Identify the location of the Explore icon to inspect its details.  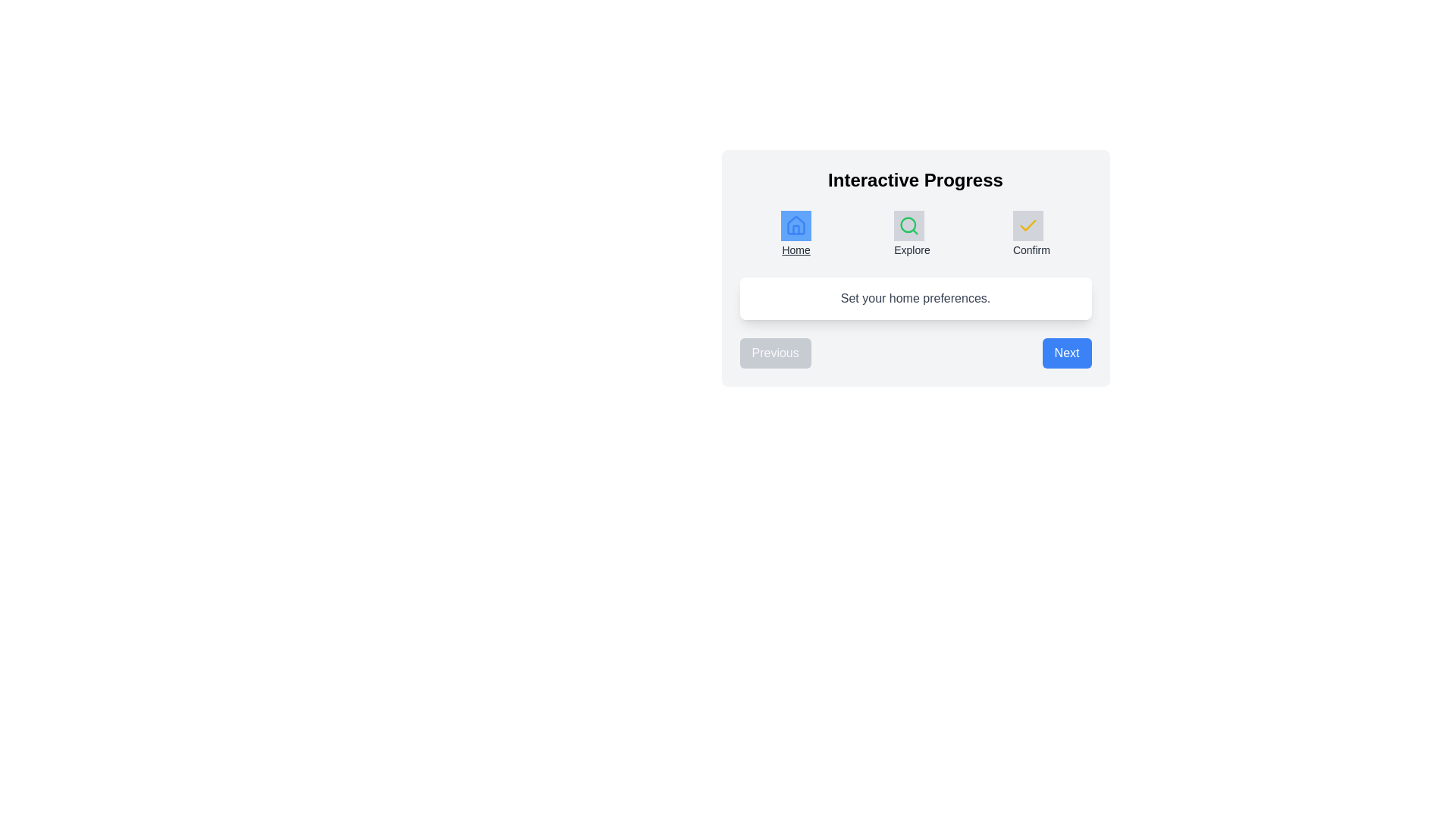
(909, 225).